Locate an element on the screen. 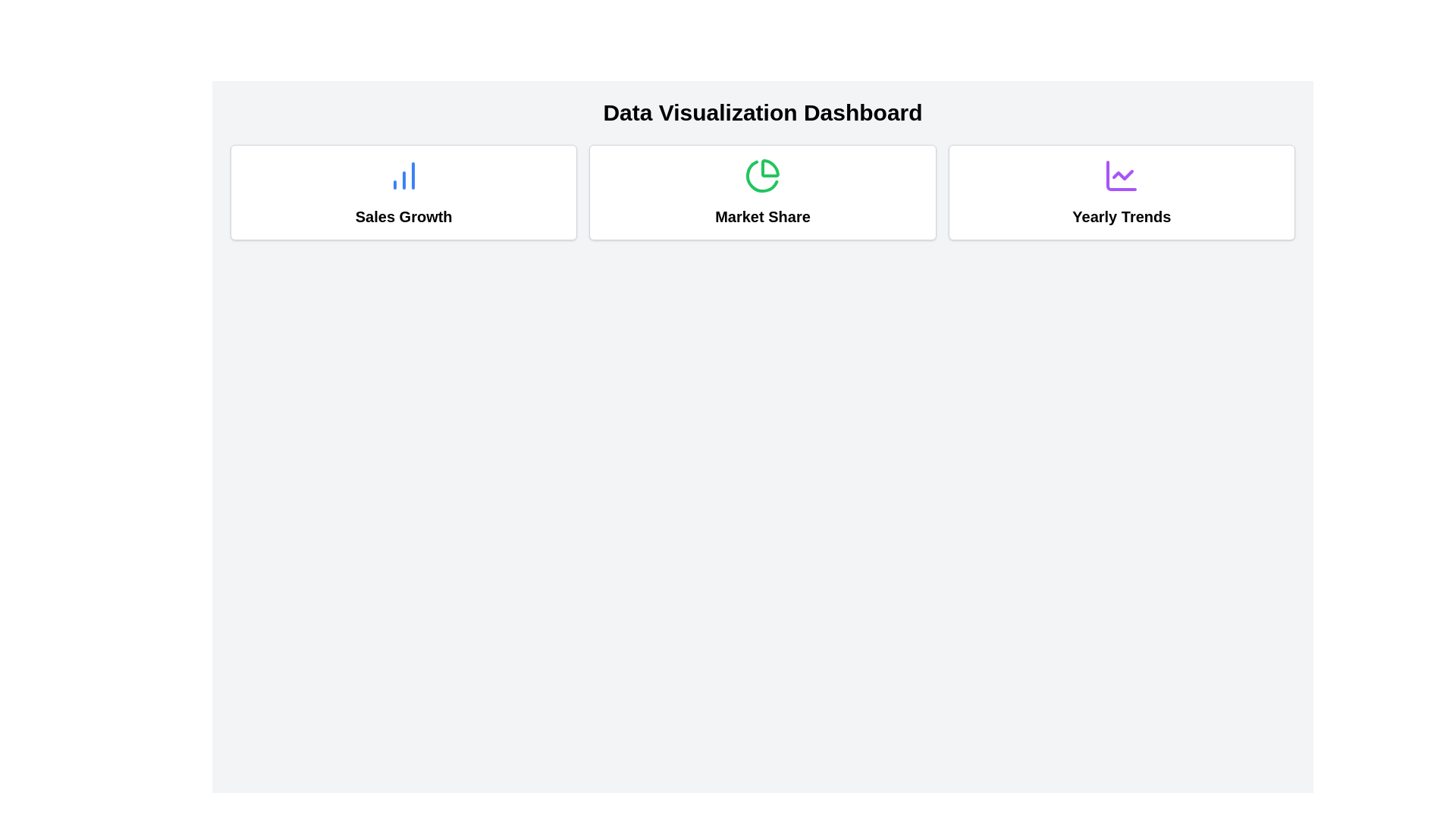  the label indicating the category or theme represented by the graphical pie chart icon above it, located in the central box of the 3-column layout is located at coordinates (763, 216).